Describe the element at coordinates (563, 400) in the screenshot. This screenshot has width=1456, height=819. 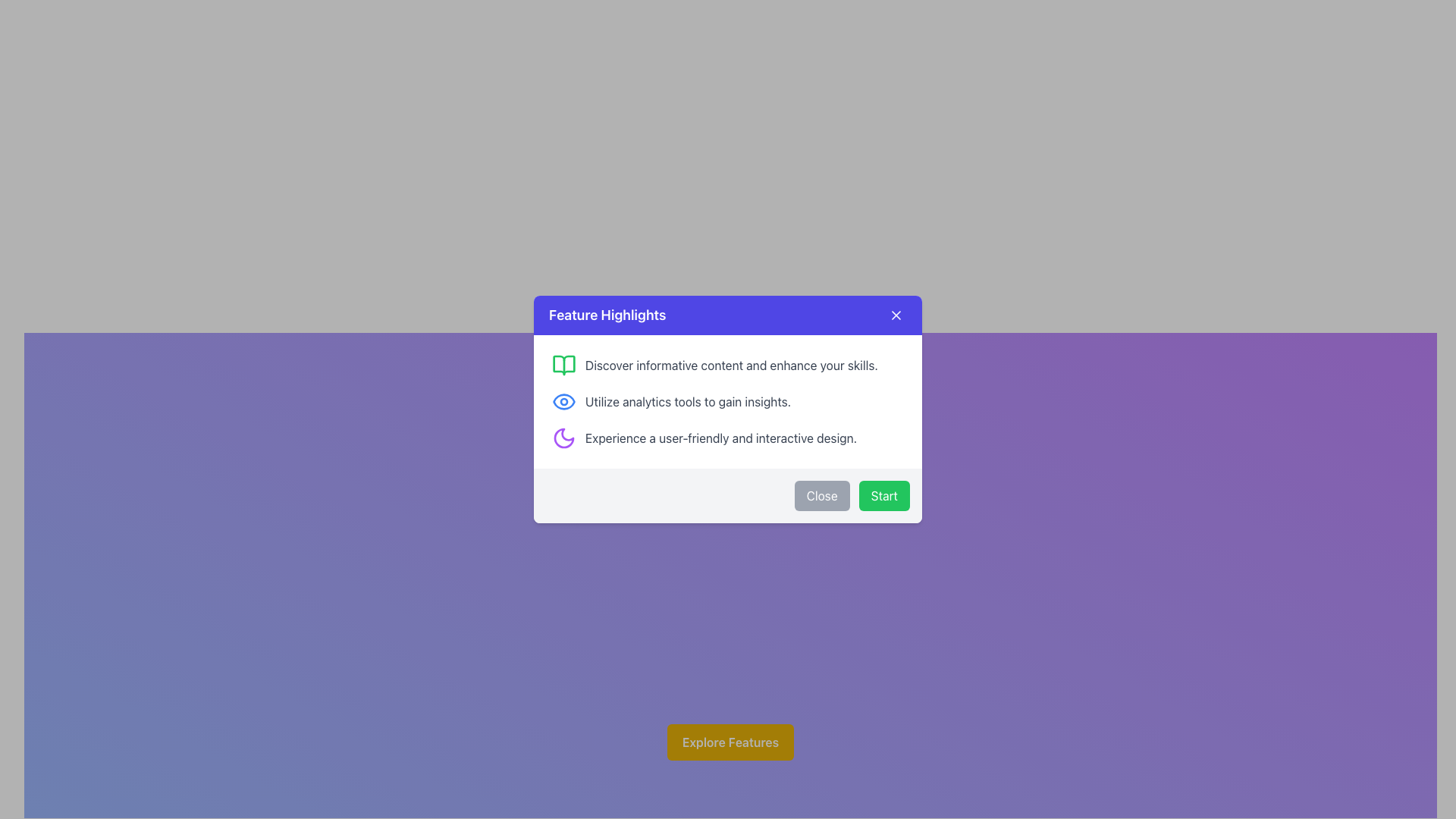
I see `the visibility icon located in the second row of the 'Feature Highlights' modal, positioned left of the text 'Utilize analytics tools to gain insights.'` at that location.